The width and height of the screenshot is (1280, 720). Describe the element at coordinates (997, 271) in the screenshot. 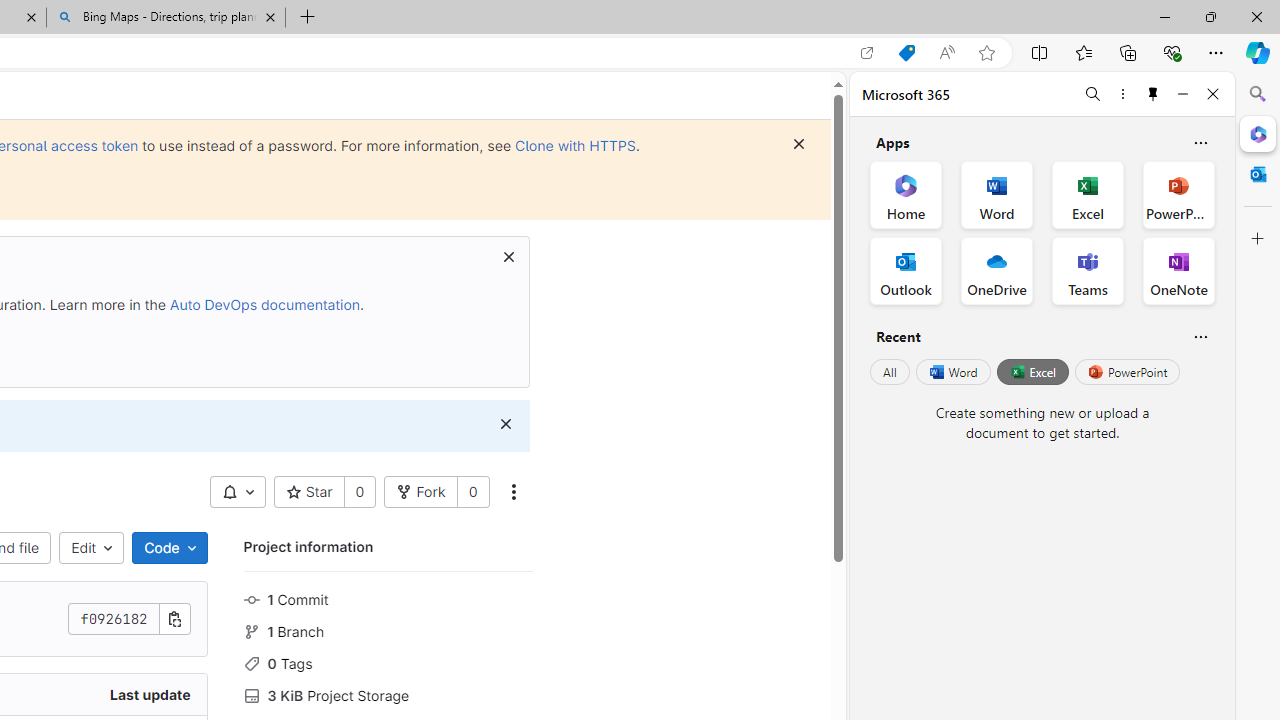

I see `'OneDrive Office App'` at that location.